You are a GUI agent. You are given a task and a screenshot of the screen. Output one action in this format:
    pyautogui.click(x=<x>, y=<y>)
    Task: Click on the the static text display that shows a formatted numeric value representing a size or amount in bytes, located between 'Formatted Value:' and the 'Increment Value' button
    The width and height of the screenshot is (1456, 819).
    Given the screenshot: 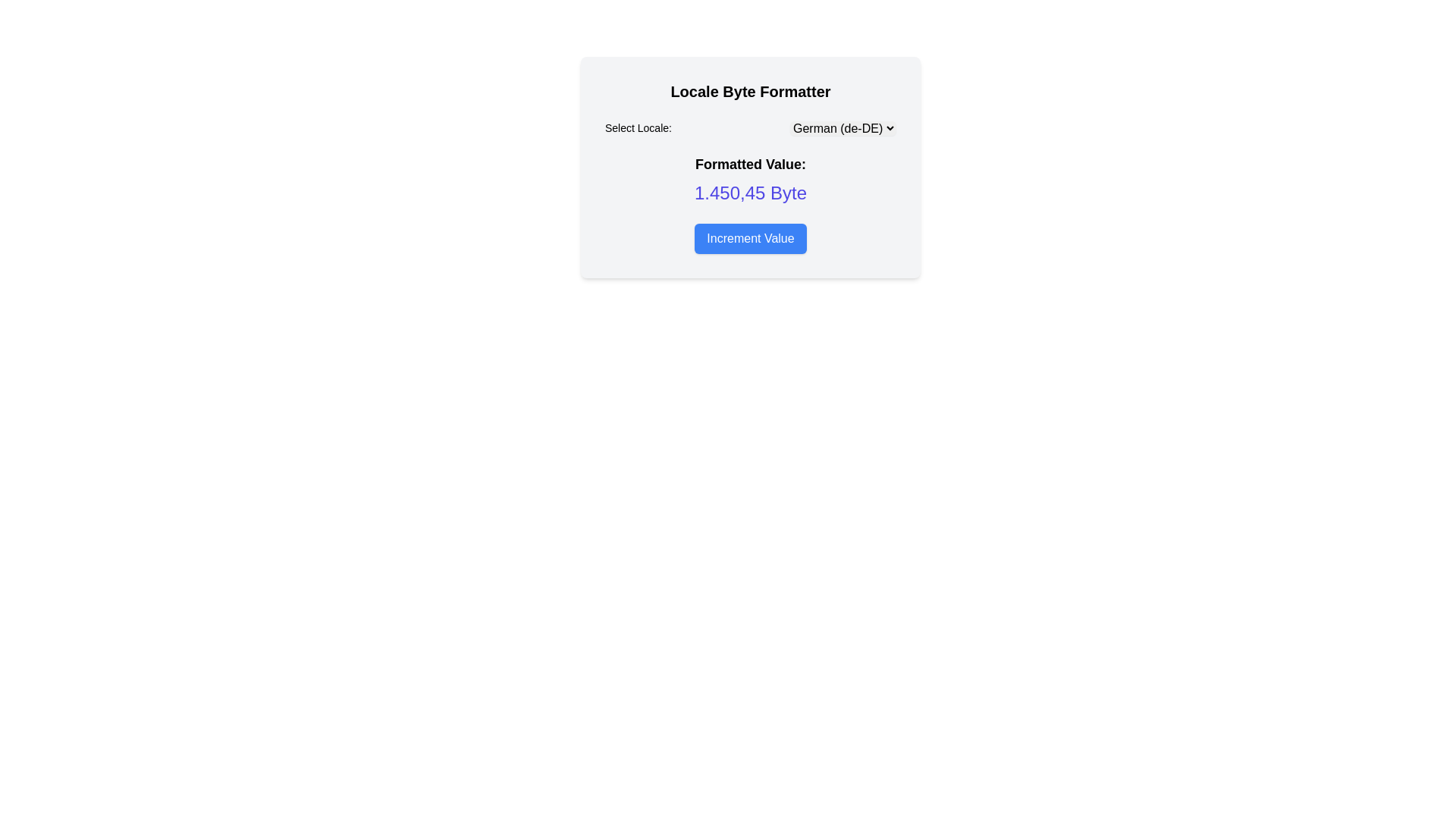 What is the action you would take?
    pyautogui.click(x=750, y=192)
    